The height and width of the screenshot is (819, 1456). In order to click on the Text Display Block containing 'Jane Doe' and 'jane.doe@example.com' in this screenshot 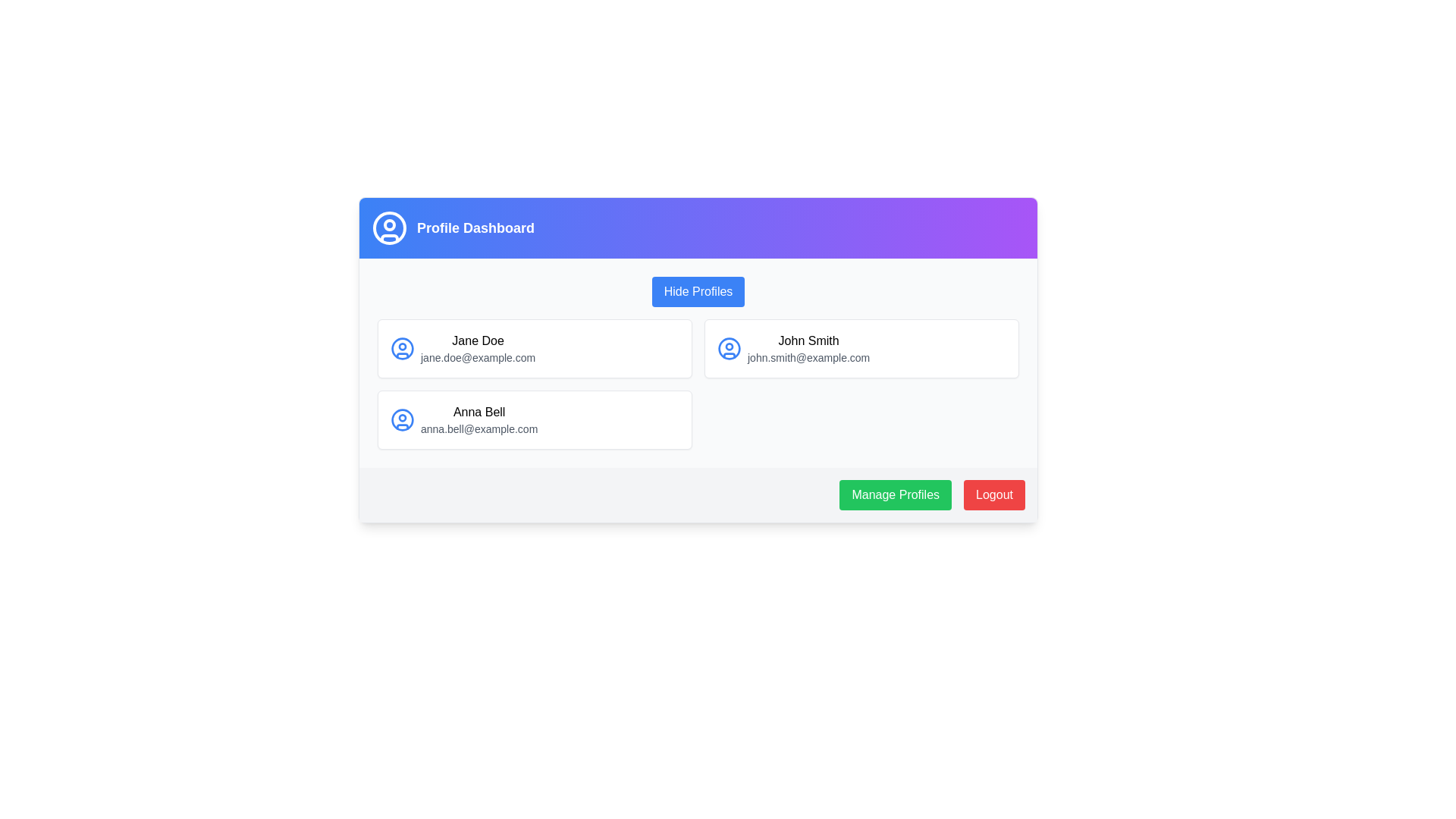, I will do `click(477, 348)`.